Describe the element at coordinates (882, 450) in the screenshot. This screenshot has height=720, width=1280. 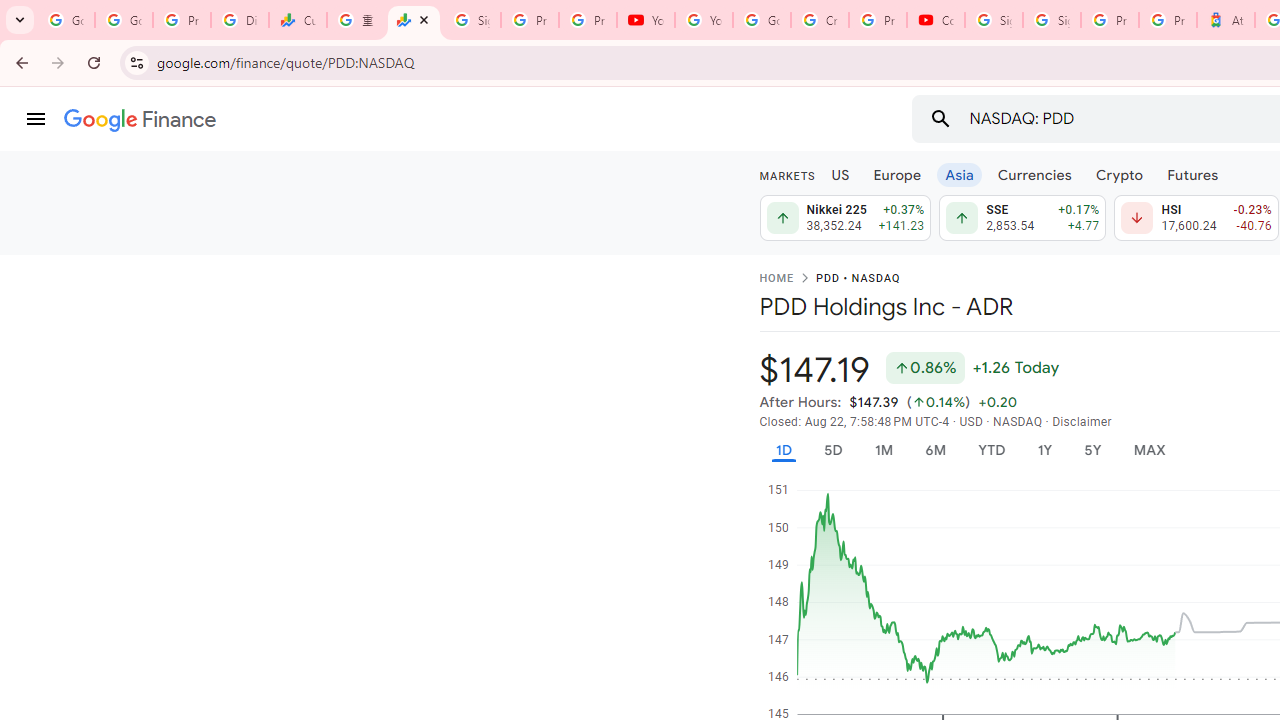
I see `'1M'` at that location.